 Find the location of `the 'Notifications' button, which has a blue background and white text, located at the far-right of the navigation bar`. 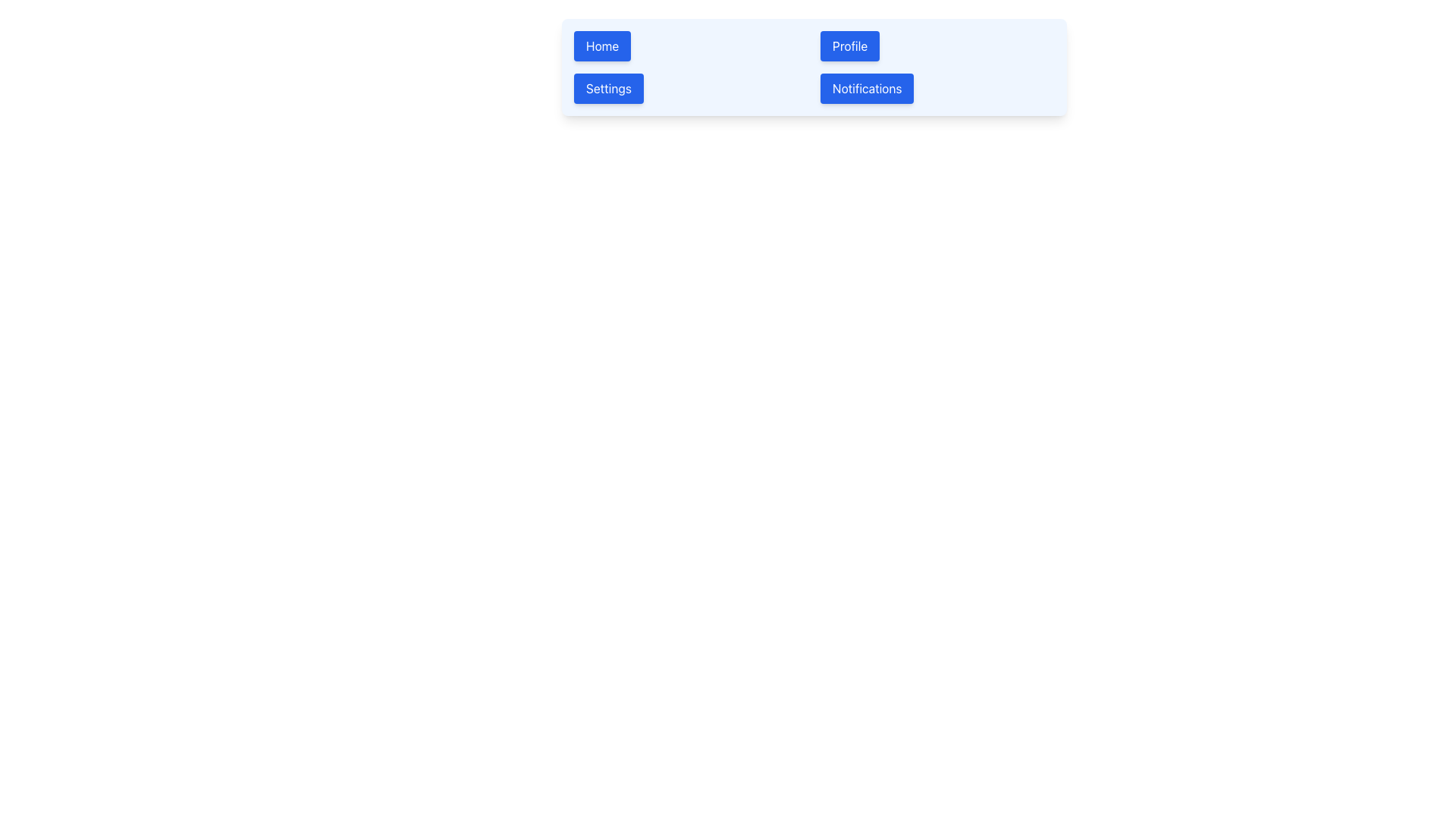

the 'Notifications' button, which has a blue background and white text, located at the far-right of the navigation bar is located at coordinates (867, 88).